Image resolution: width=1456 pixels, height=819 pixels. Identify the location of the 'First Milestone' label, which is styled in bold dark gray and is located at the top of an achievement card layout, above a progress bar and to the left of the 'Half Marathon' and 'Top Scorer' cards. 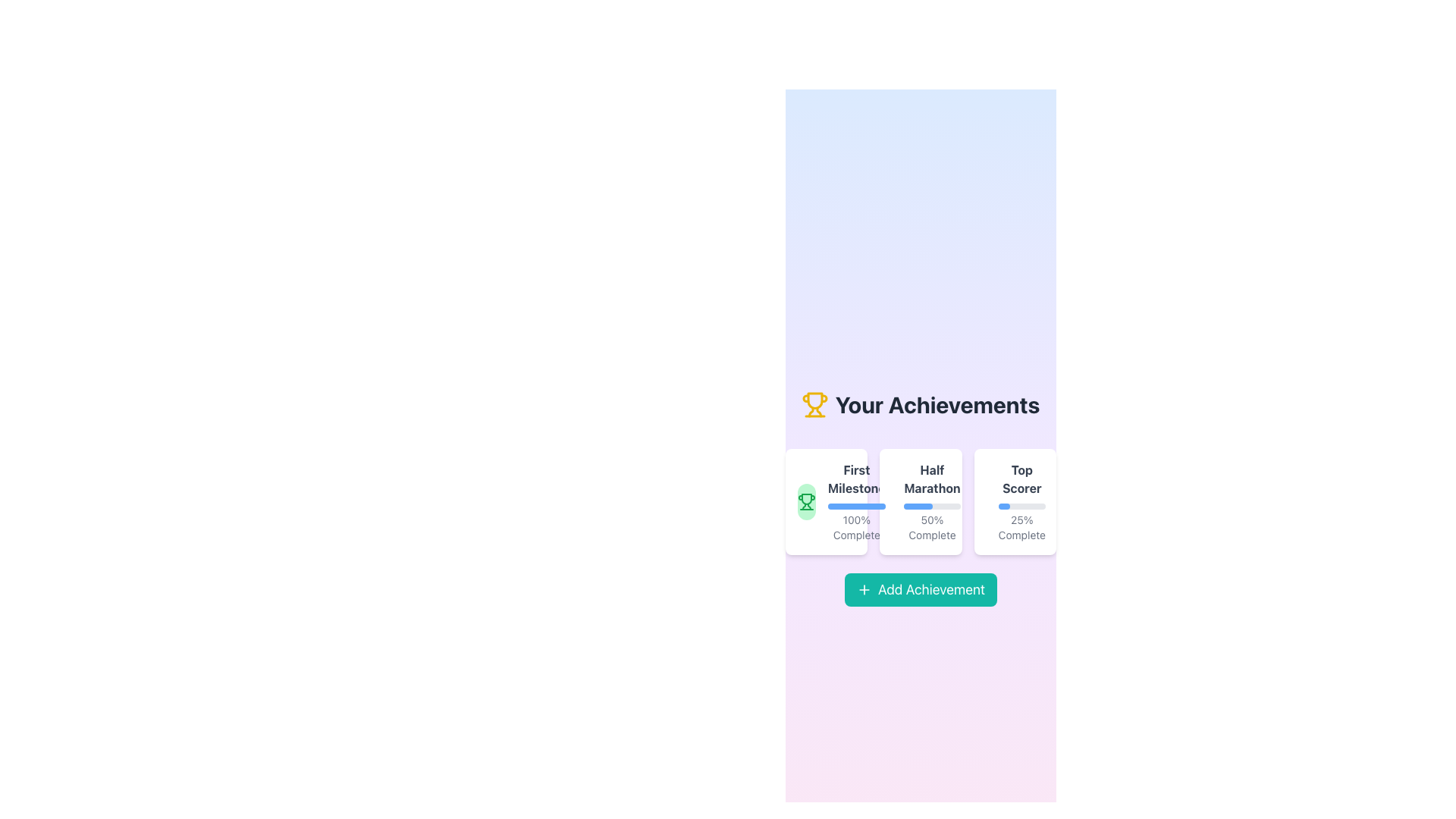
(856, 479).